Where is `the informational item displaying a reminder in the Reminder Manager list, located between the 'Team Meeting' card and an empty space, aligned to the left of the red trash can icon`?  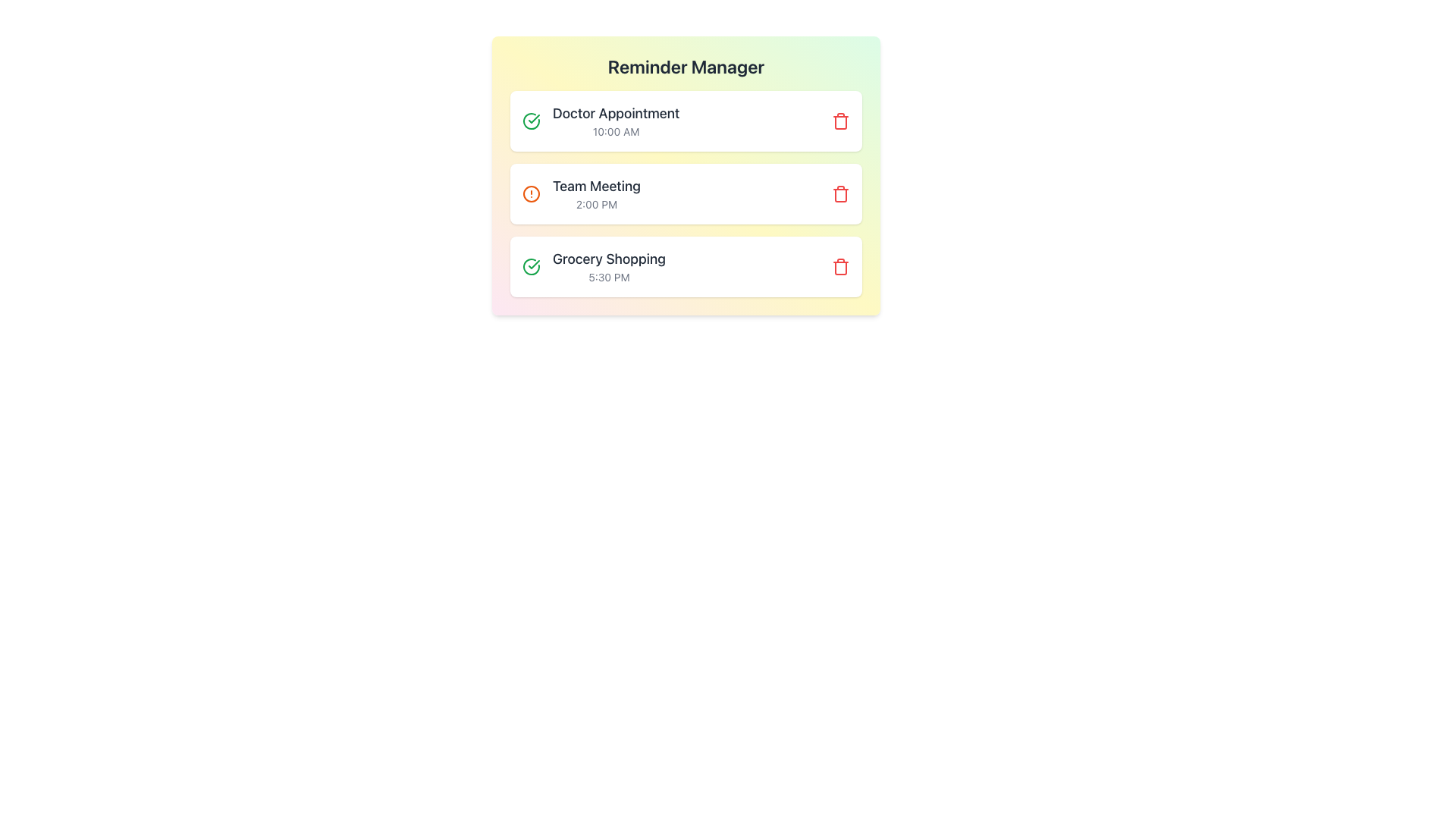 the informational item displaying a reminder in the Reminder Manager list, located between the 'Team Meeting' card and an empty space, aligned to the left of the red trash can icon is located at coordinates (593, 265).